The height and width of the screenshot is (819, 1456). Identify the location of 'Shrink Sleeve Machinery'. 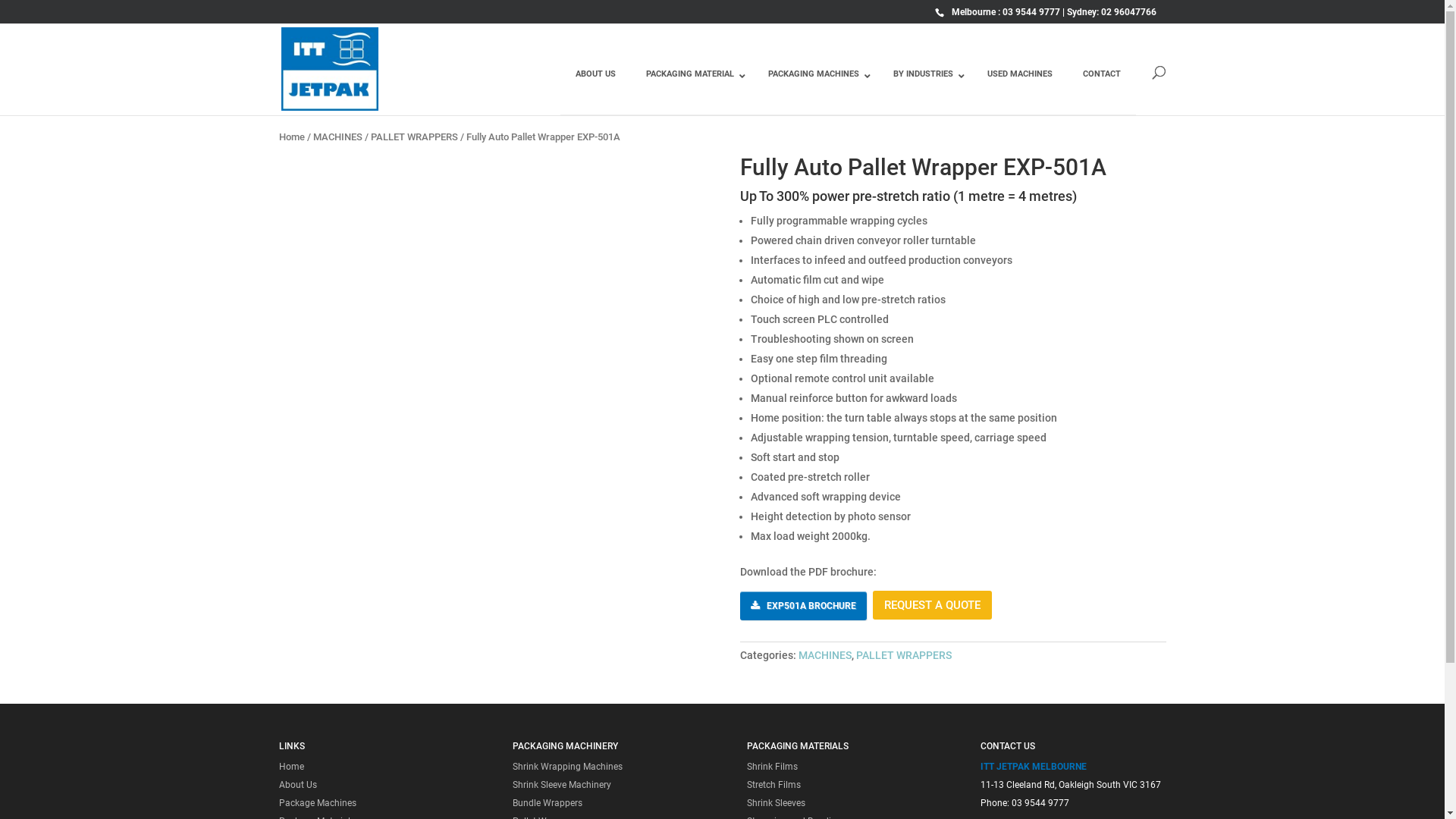
(560, 784).